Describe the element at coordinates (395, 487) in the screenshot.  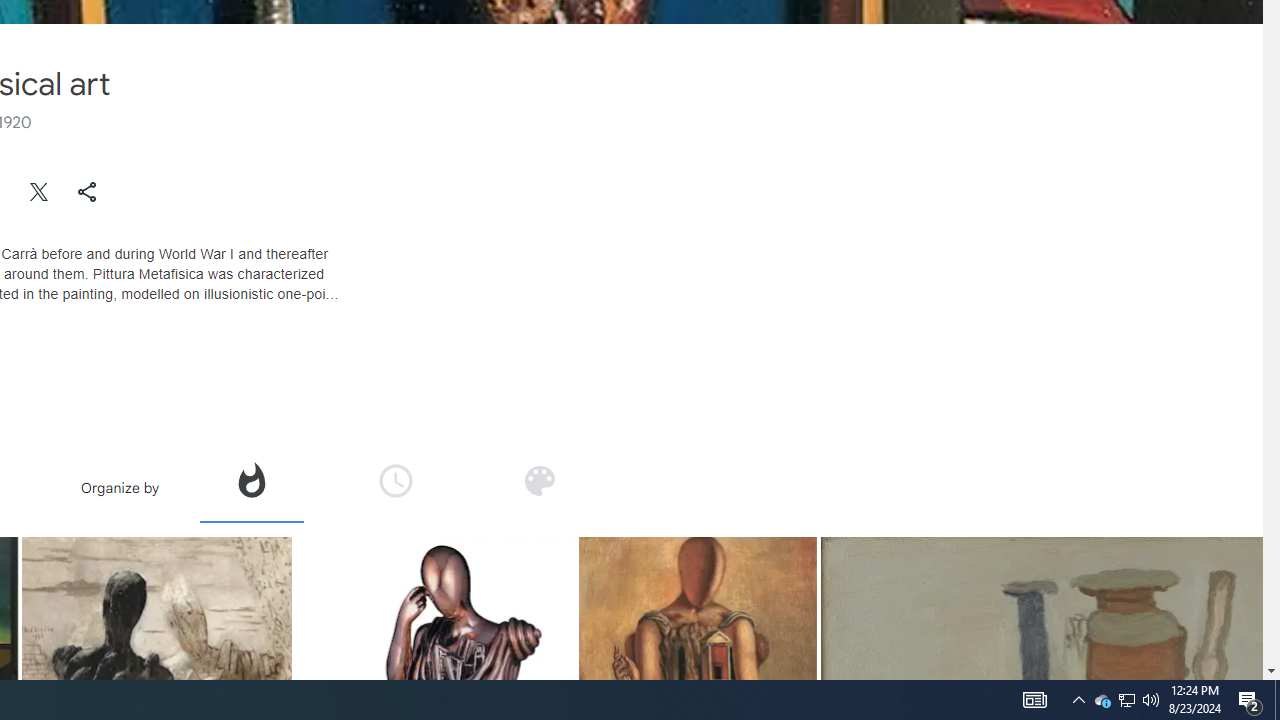
I see `'Organize by time'` at that location.